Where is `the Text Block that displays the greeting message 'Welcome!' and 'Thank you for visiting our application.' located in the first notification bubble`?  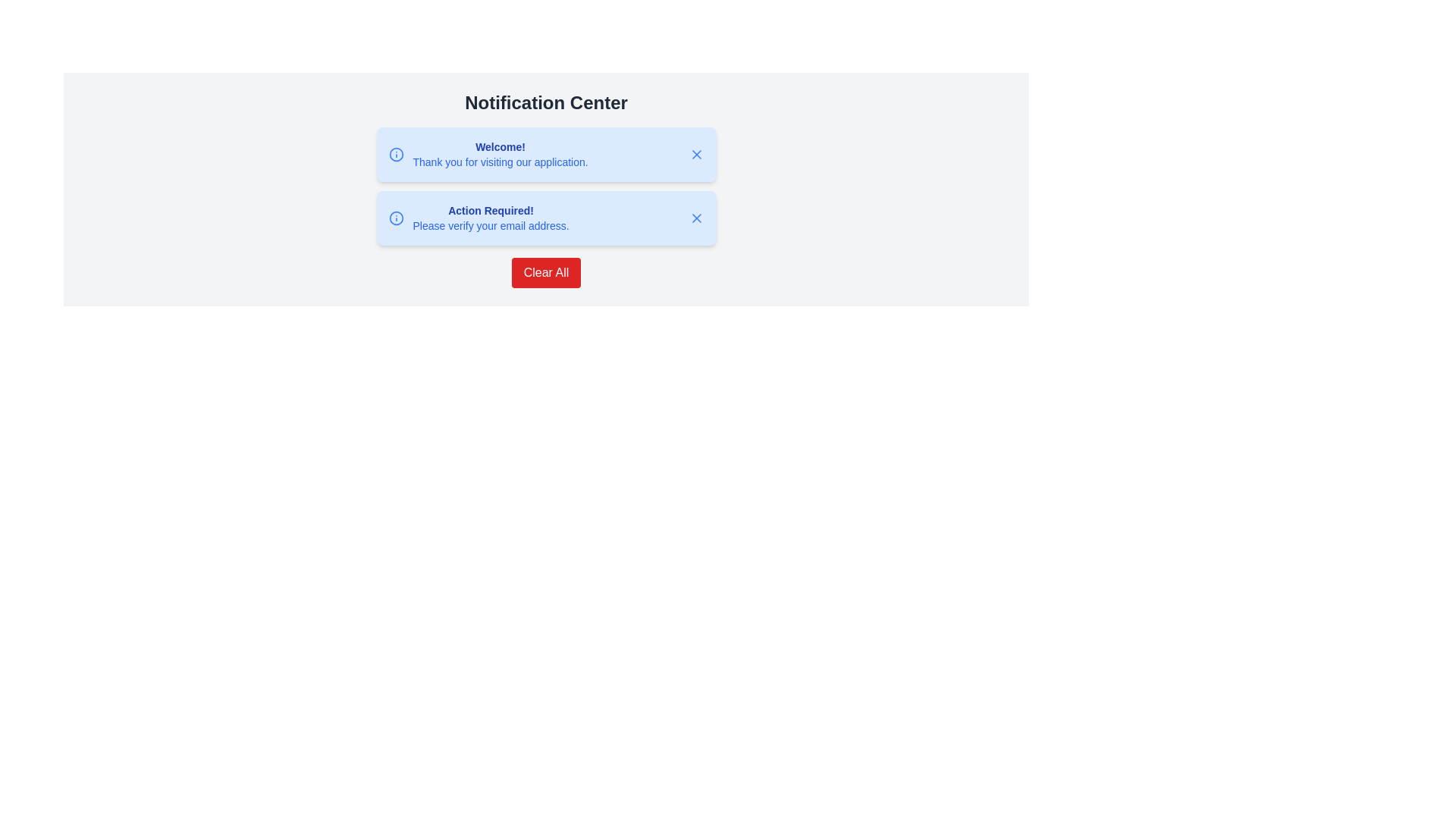 the Text Block that displays the greeting message 'Welcome!' and 'Thank you for visiting our application.' located in the first notification bubble is located at coordinates (500, 155).